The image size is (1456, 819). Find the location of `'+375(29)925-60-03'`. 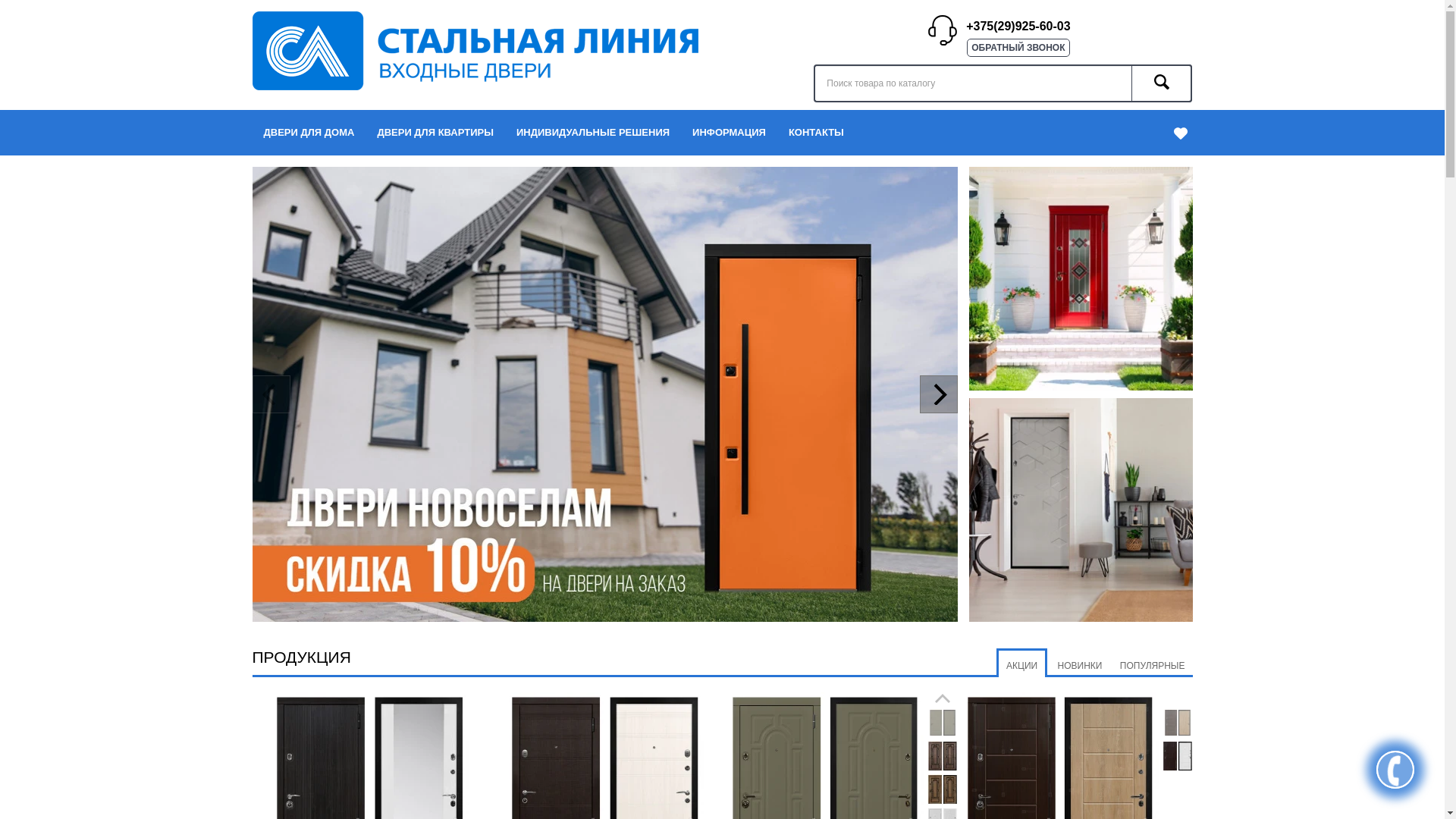

'+375(29)925-60-03' is located at coordinates (1018, 27).